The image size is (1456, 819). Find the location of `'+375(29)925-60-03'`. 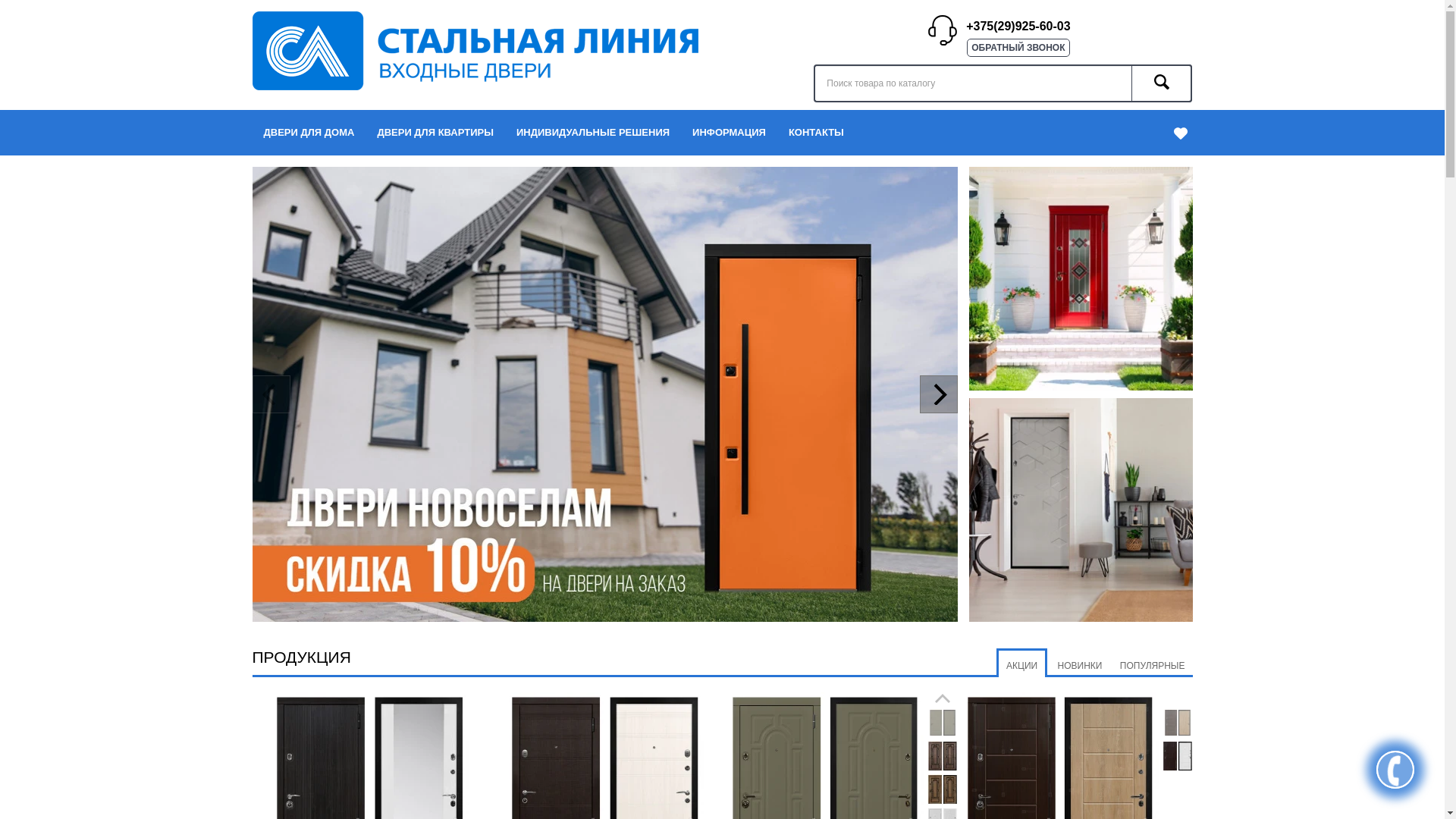

'+375(29)925-60-03' is located at coordinates (1018, 27).